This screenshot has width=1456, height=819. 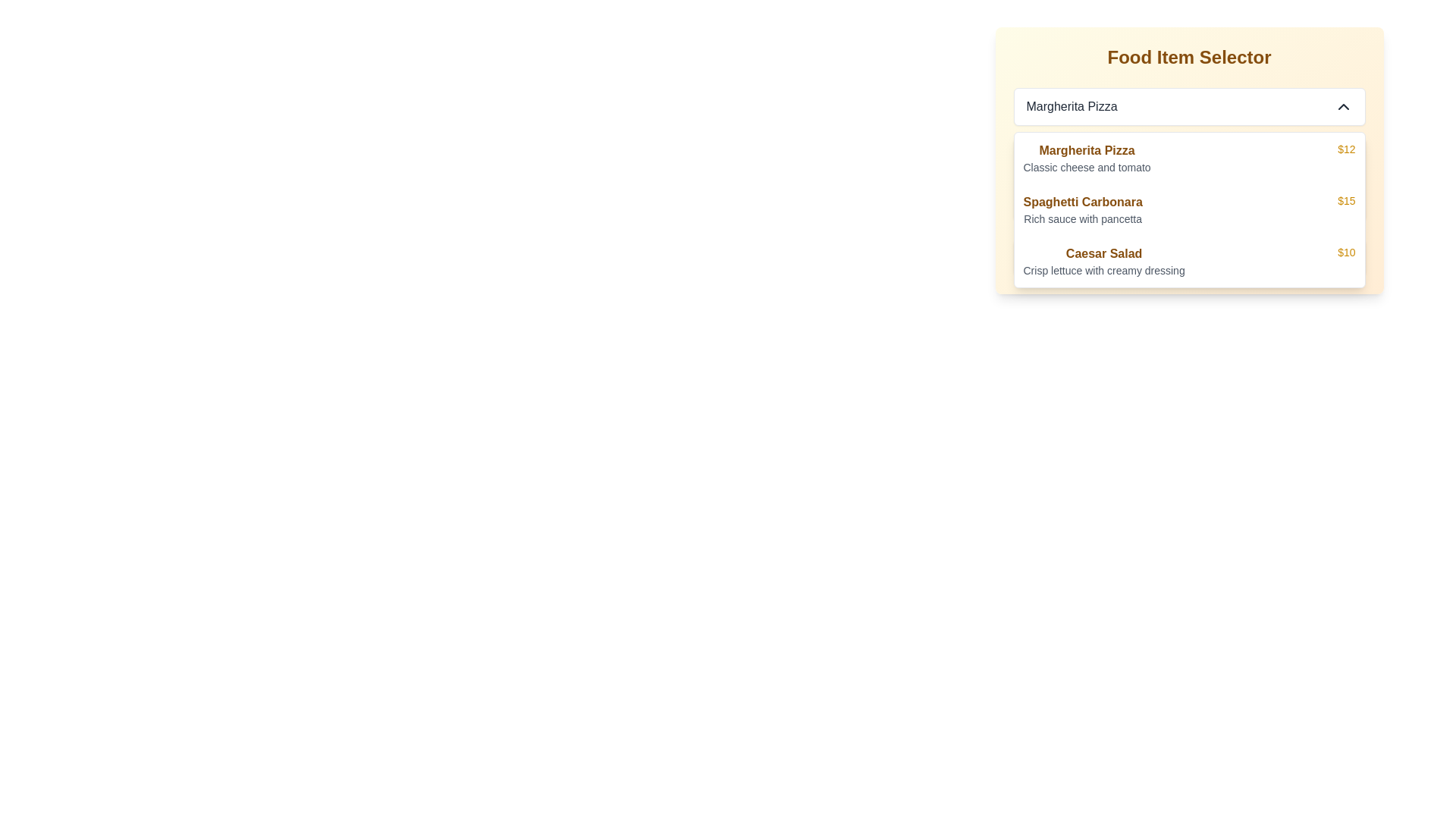 What do you see at coordinates (1104, 253) in the screenshot?
I see `the text label displaying 'Caesar Salad', which is styled in bold and yellow-brown color, located above the description of the menu item in the 'Food Item Selector'` at bounding box center [1104, 253].